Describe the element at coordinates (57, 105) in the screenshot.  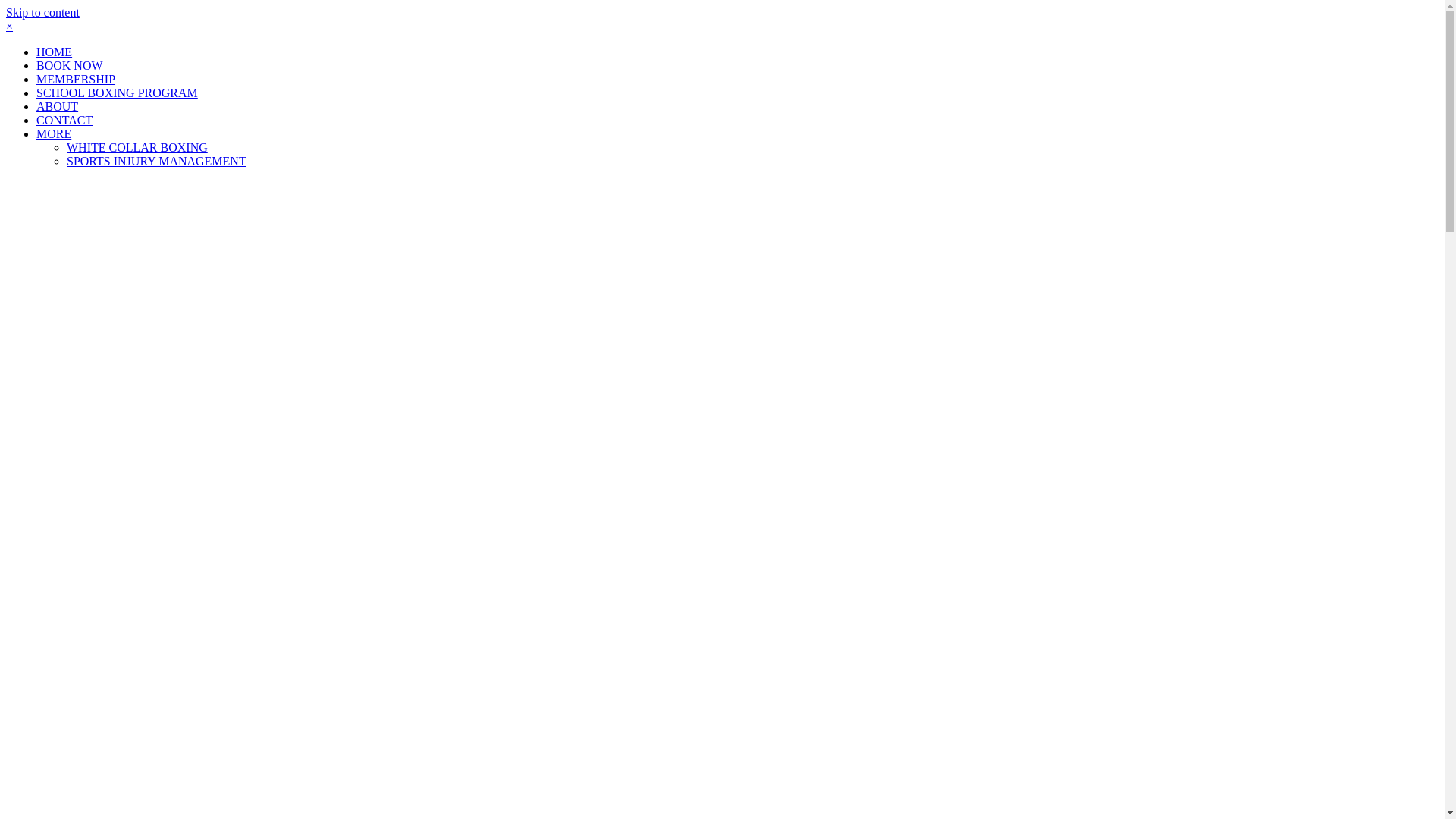
I see `'ABOUT'` at that location.